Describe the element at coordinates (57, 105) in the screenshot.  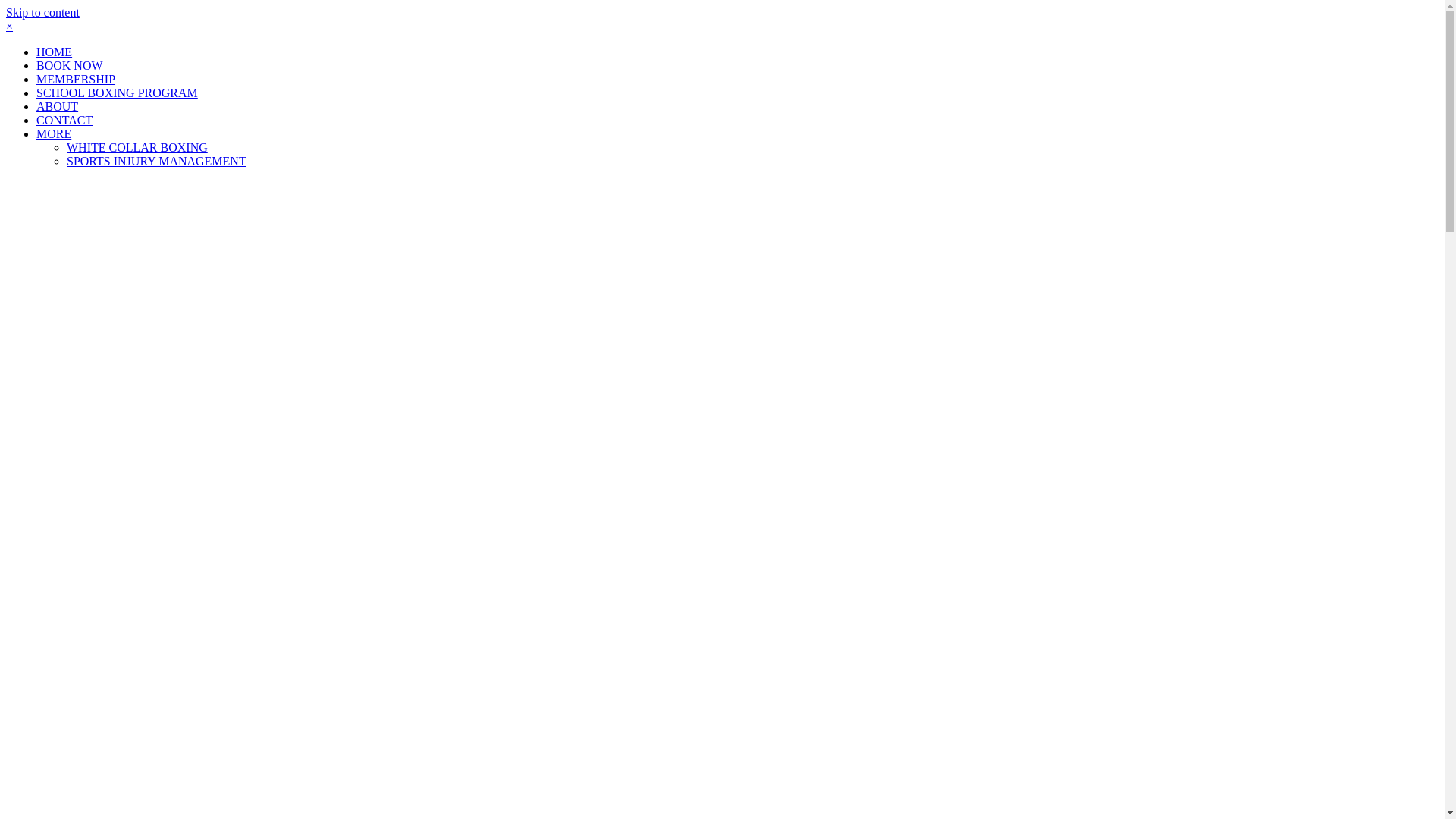
I see `'ABOUT'` at that location.